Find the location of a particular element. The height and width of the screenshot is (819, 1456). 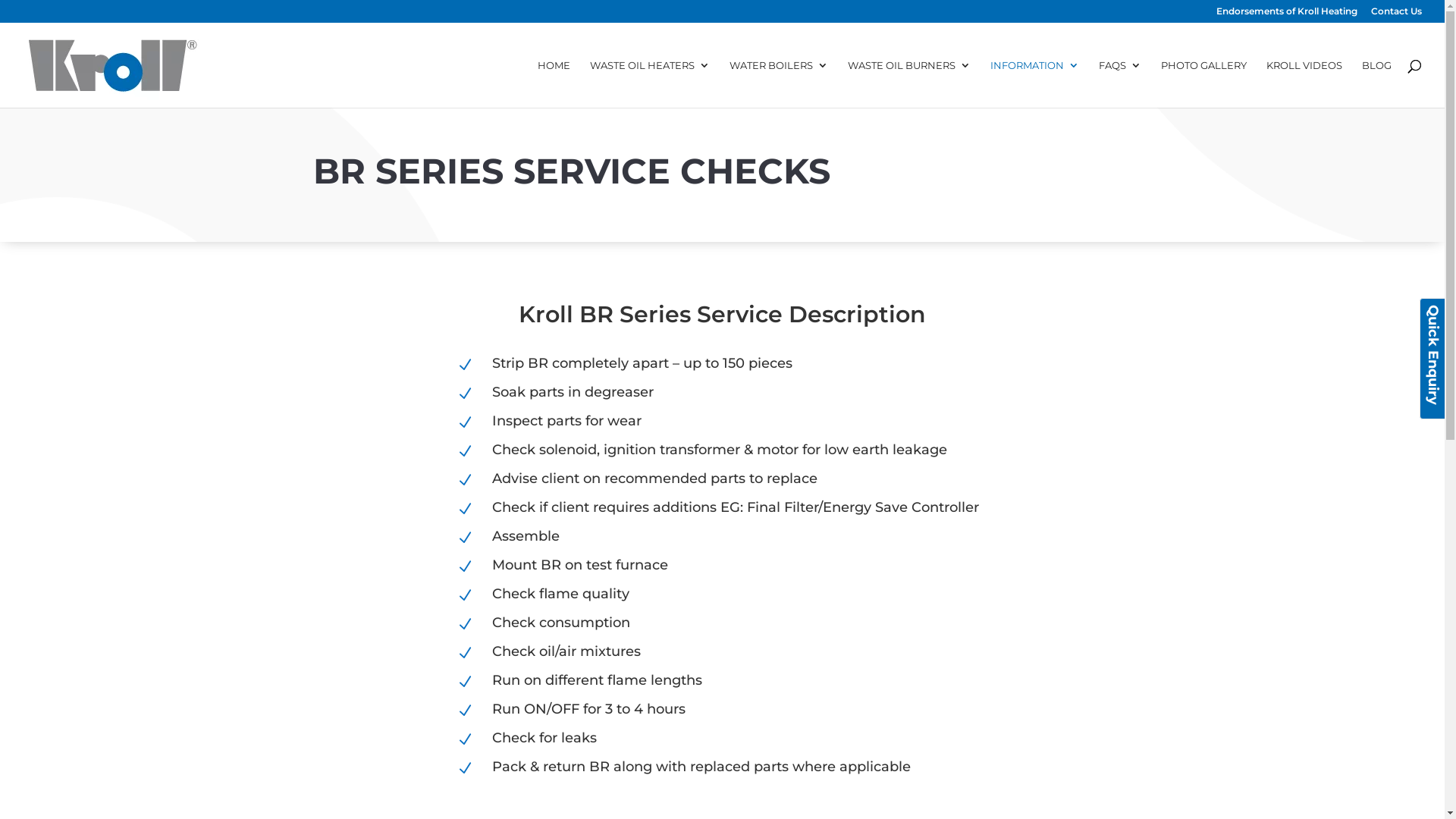

'KROLL VIDEOS' is located at coordinates (1303, 83).